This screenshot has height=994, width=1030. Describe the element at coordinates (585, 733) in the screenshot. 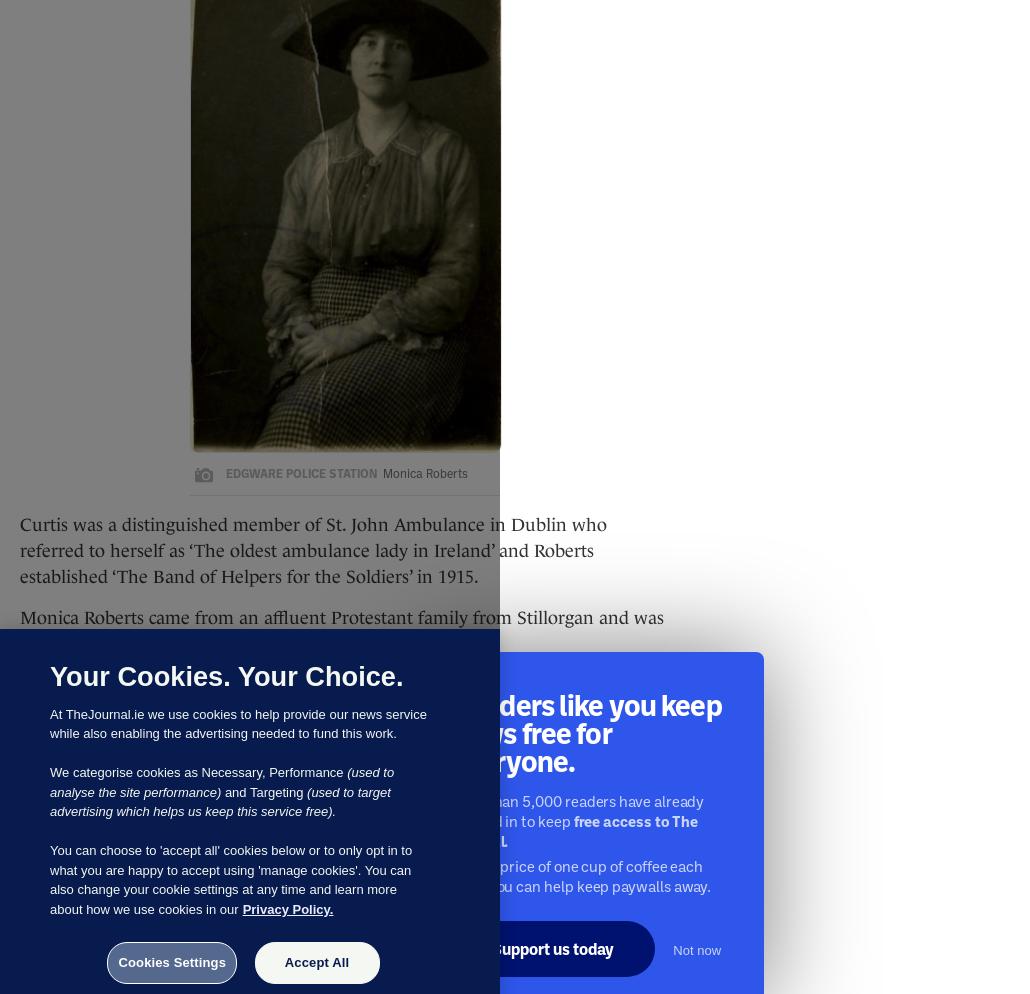

I see `'Readers like you keep news free for everyone.'` at that location.